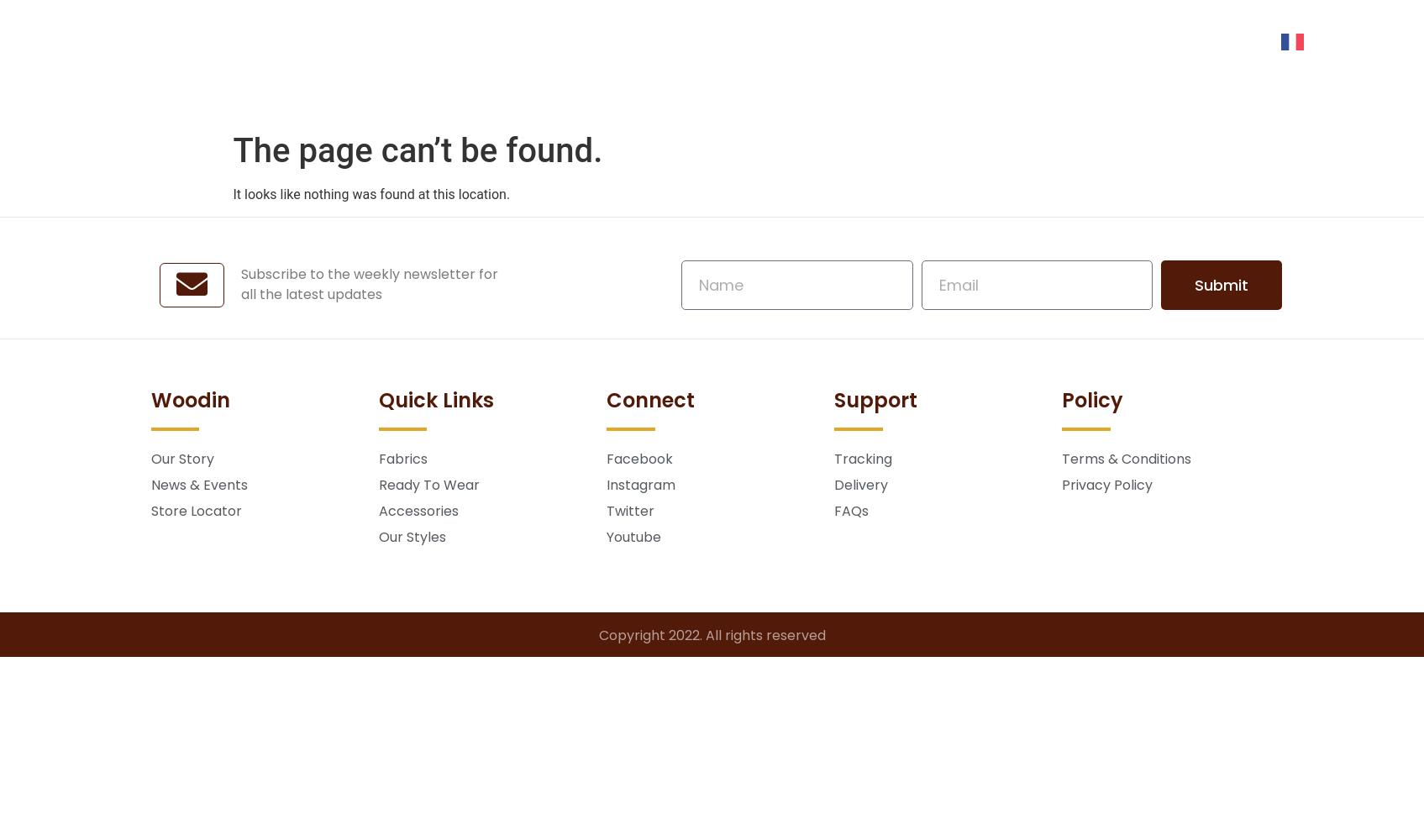 The height and width of the screenshot is (840, 1424). What do you see at coordinates (875, 399) in the screenshot?
I see `'Support'` at bounding box center [875, 399].